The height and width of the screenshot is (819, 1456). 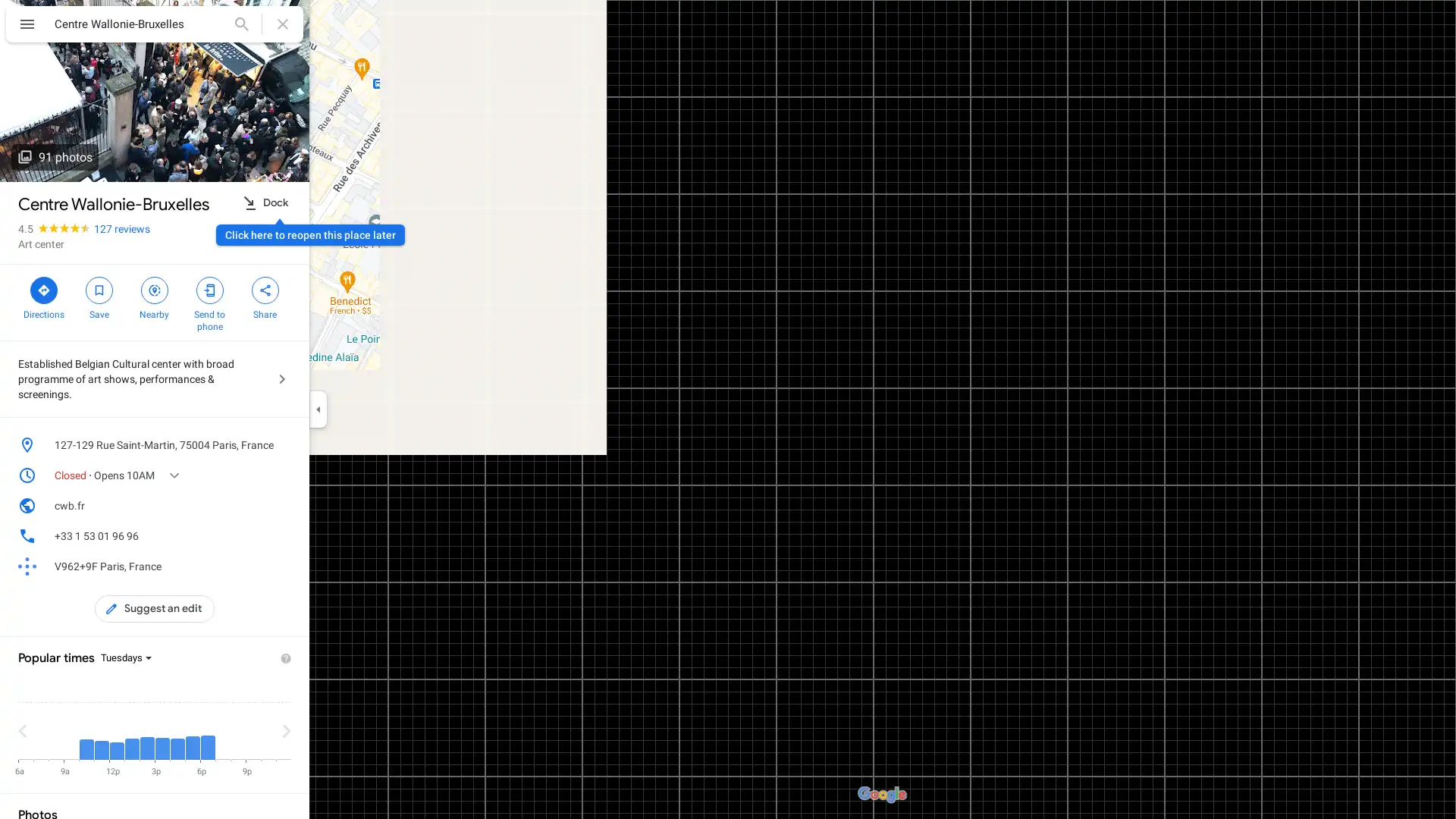 I want to click on Search, so click(x=240, y=24).